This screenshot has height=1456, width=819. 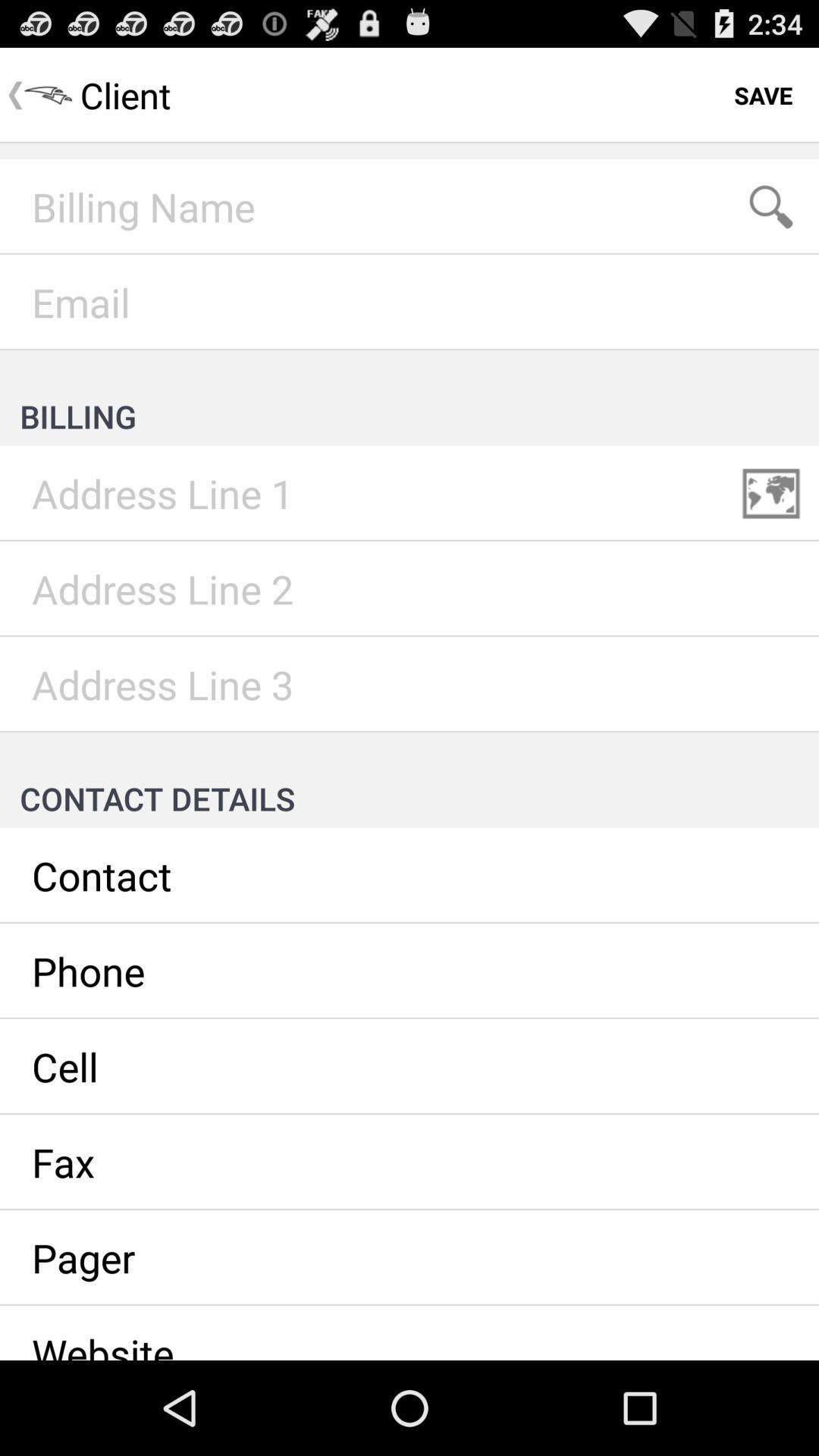 I want to click on enter your website information, so click(x=409, y=1332).